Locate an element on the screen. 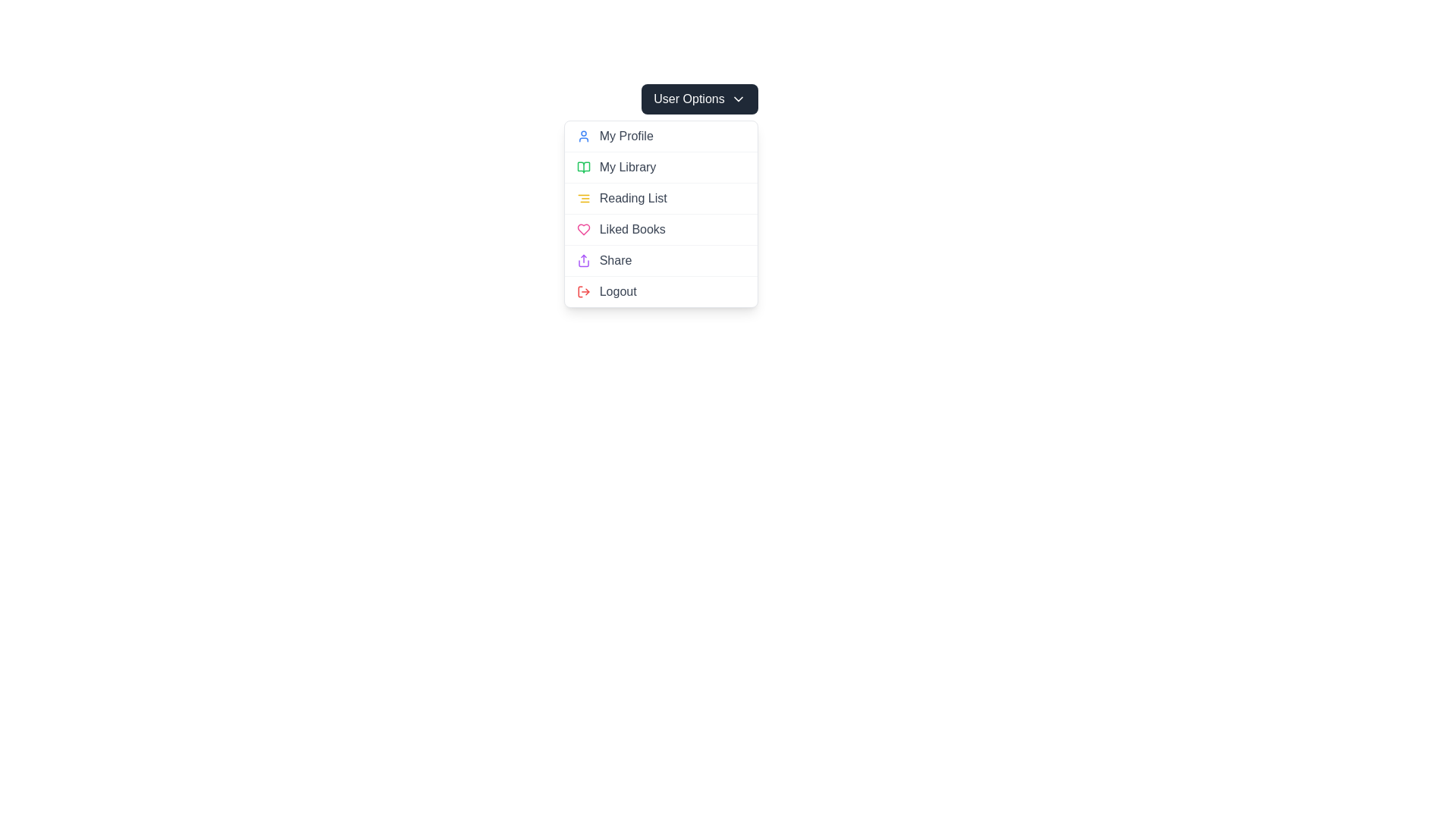  the 'Liked Books' text label, which is styled in gray and located within the fourth item of the dropdown menu under 'User Options' is located at coordinates (632, 230).